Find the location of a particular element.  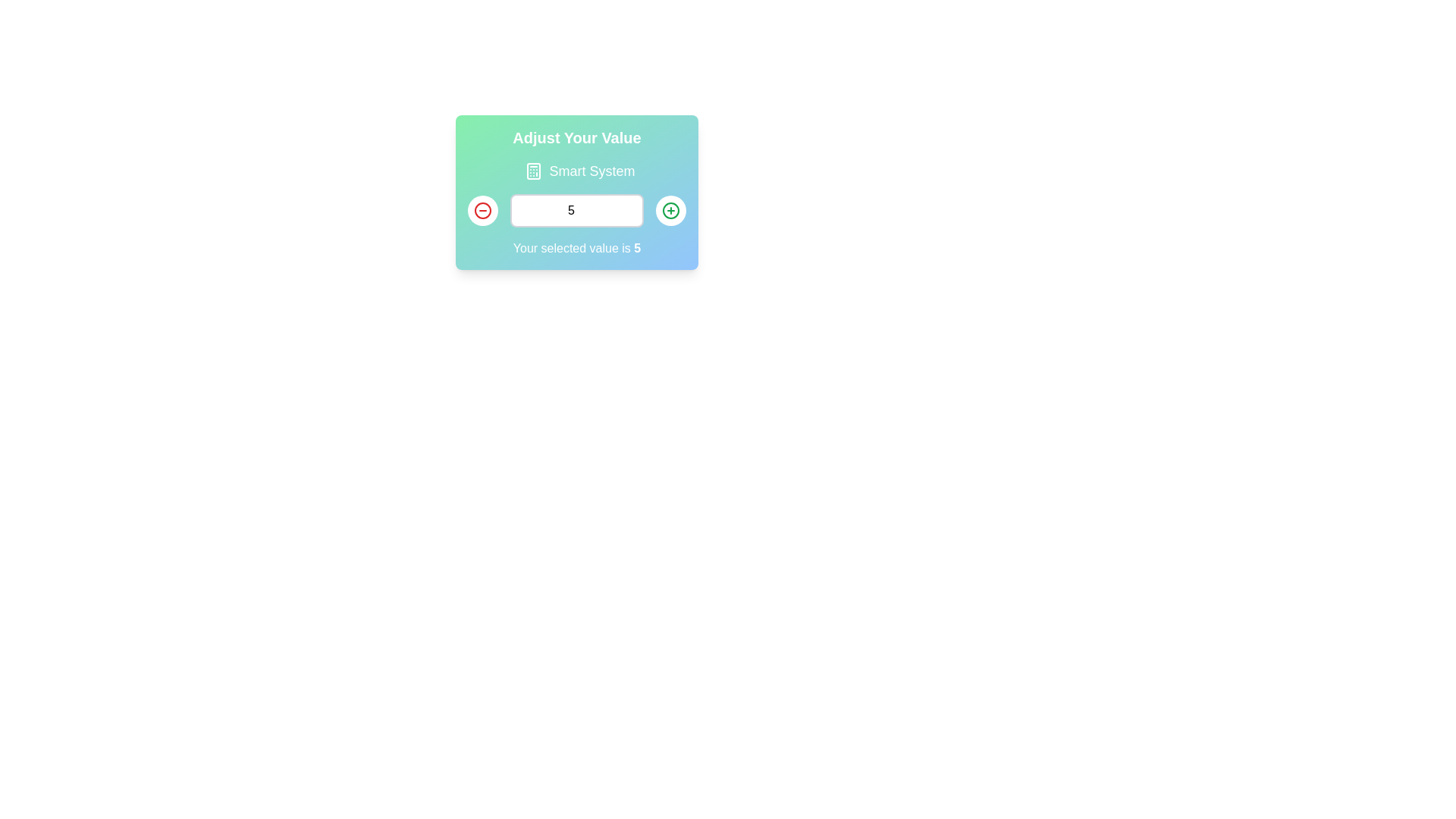

the increment button located to the right of the value input field in the lower right section of the interface panel is located at coordinates (670, 210).